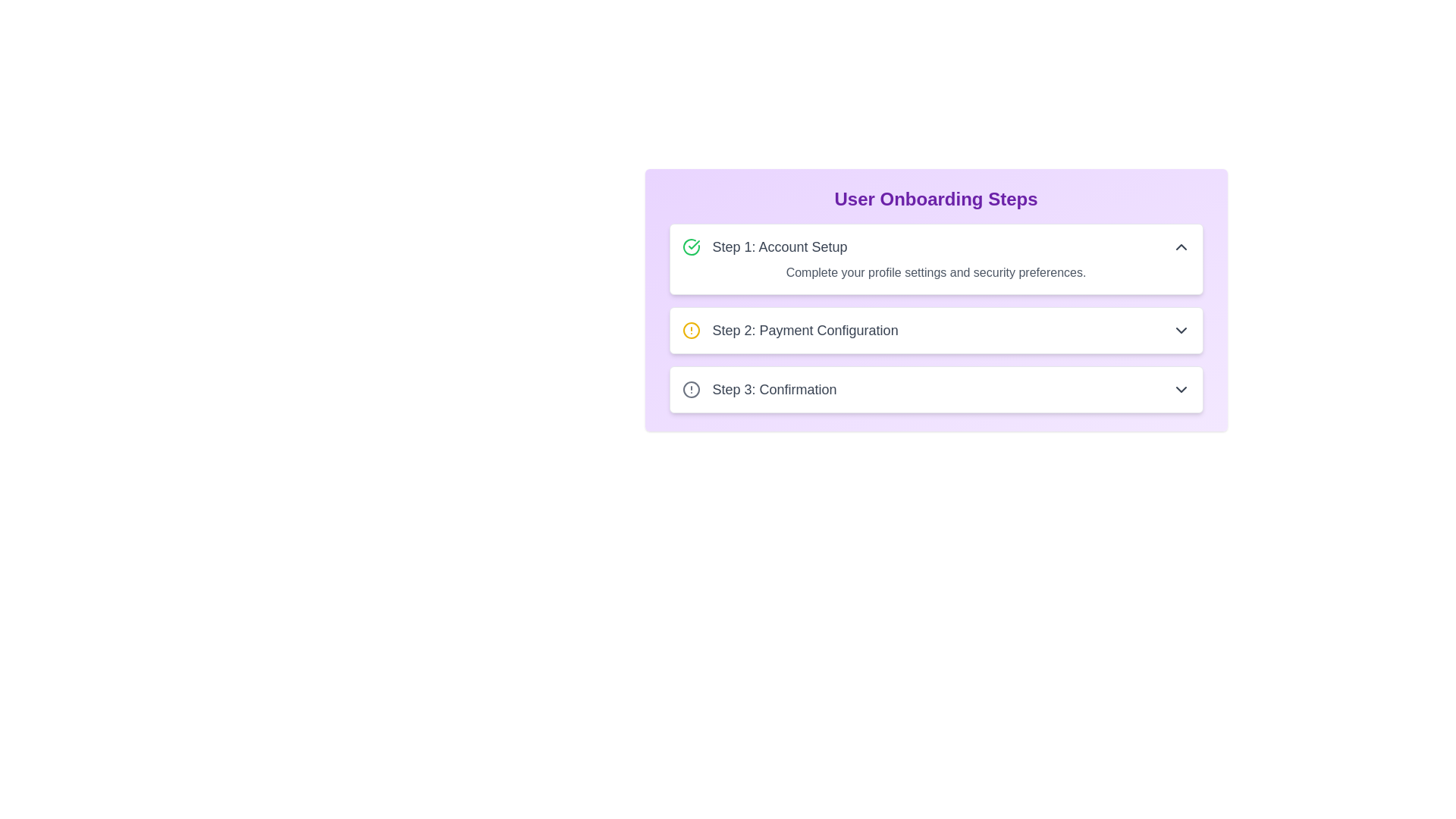 Image resolution: width=1456 pixels, height=819 pixels. What do you see at coordinates (690, 329) in the screenshot?
I see `the circular icon with a yellow outline located in the second step of the user onboarding process, to the left of the step title 'Step 2: Payment Configuration'` at bounding box center [690, 329].